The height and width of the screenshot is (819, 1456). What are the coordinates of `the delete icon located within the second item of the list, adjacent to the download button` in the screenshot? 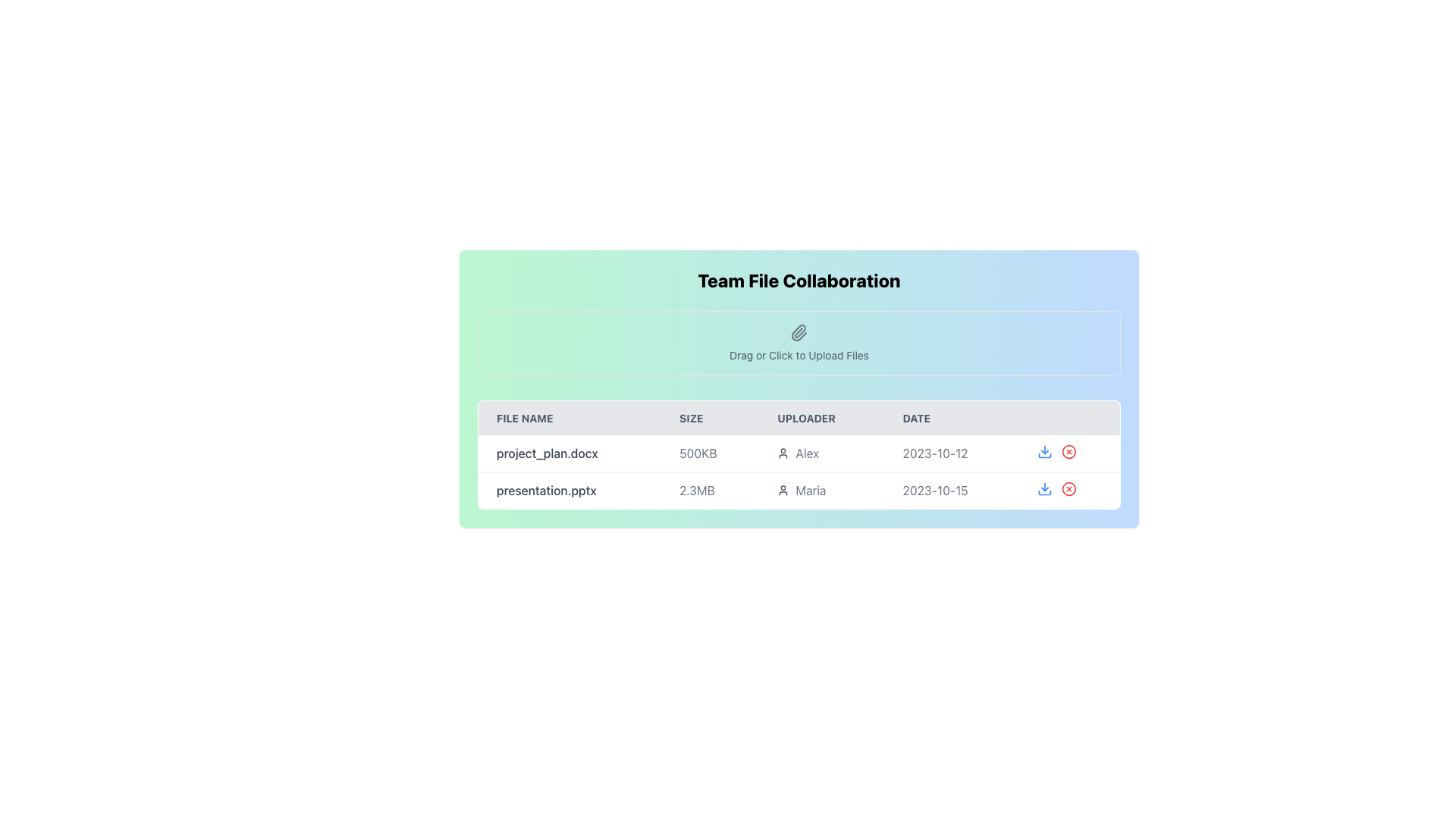 It's located at (1068, 488).